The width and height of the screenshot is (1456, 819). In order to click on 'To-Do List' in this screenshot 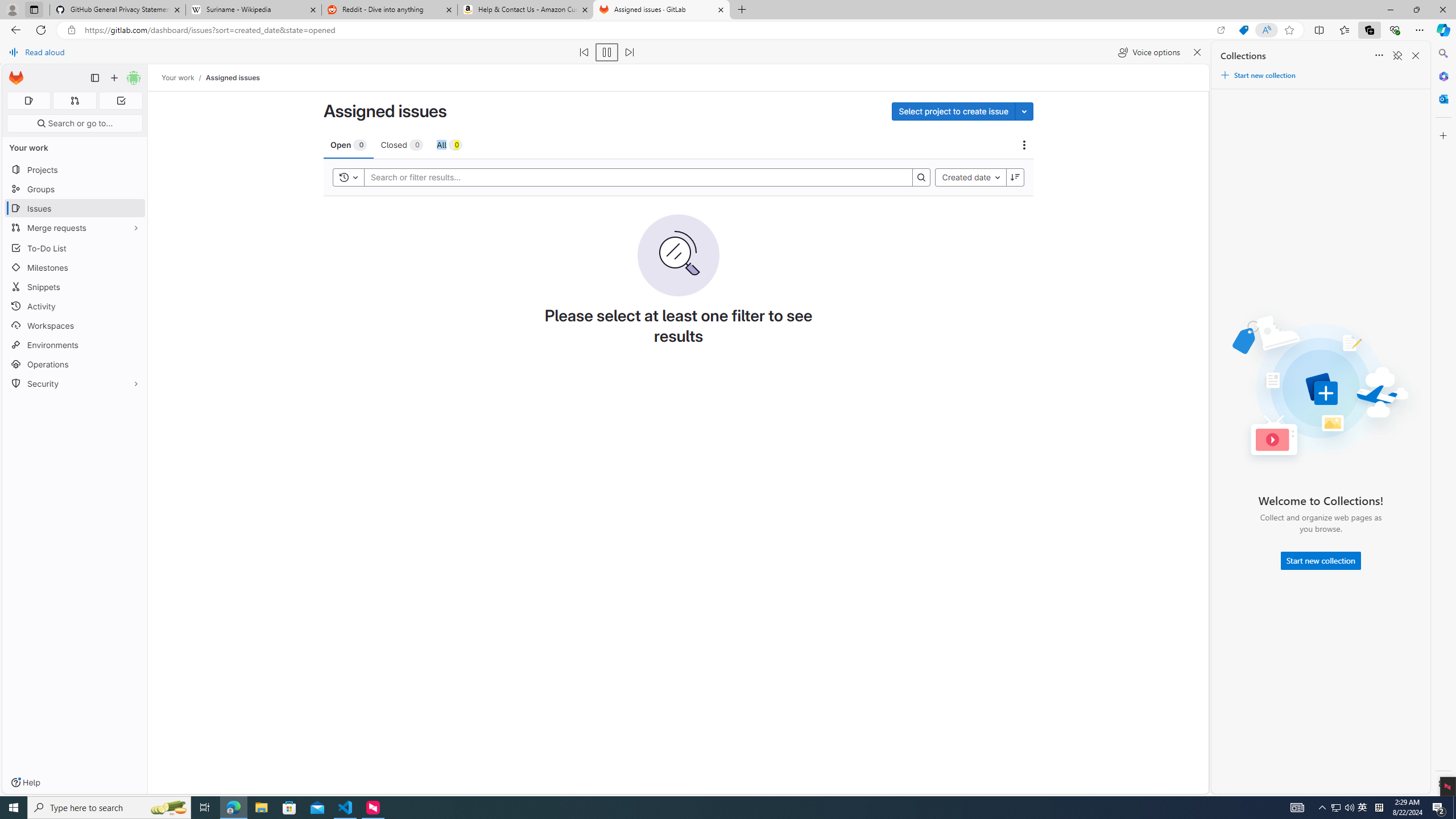, I will do `click(74, 248)`.